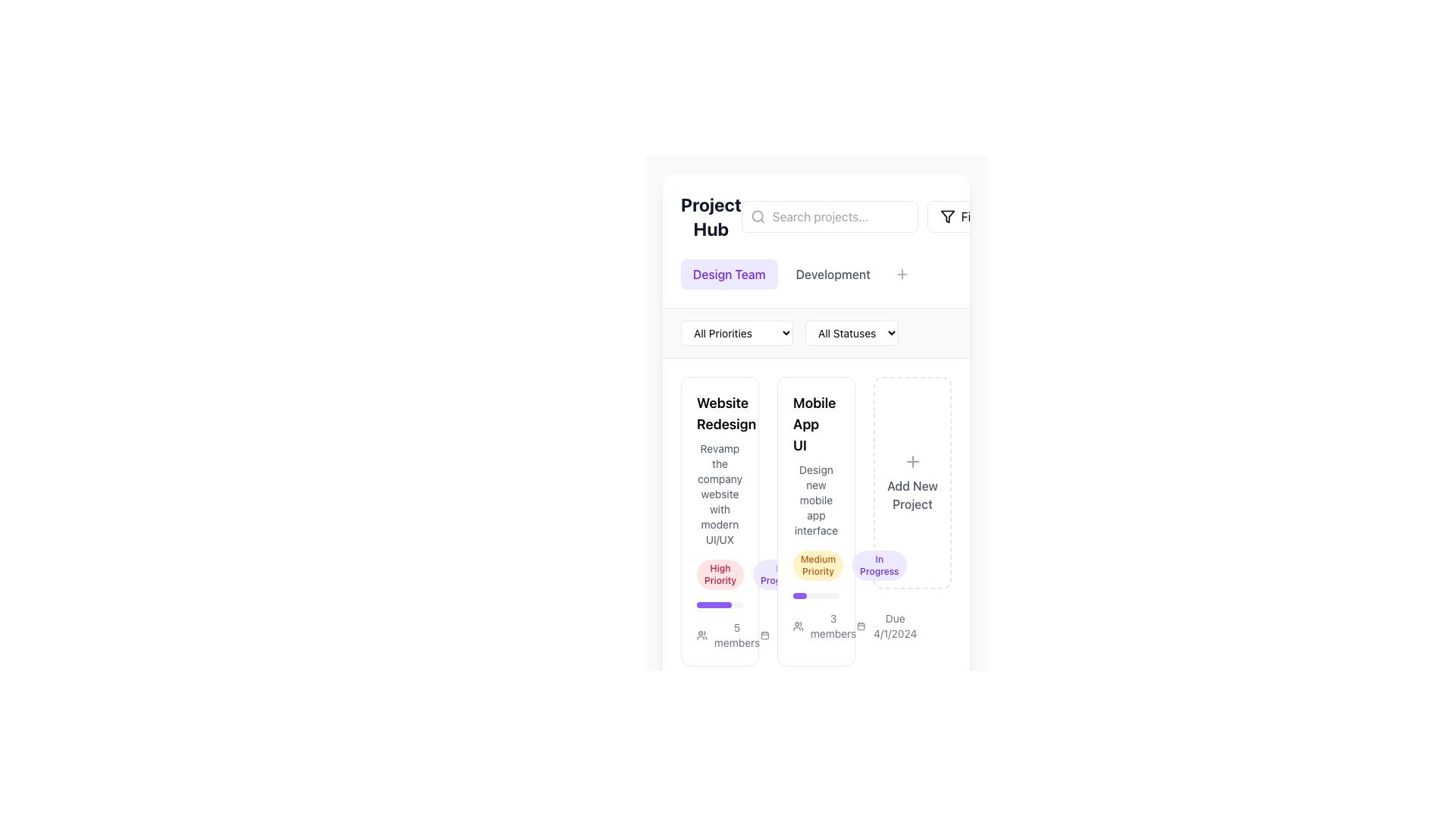 The image size is (1456, 819). I want to click on the content of the priority indicator badge located in the leftmost card, positioned above the progress bar and the '5 members' label, so click(720, 575).